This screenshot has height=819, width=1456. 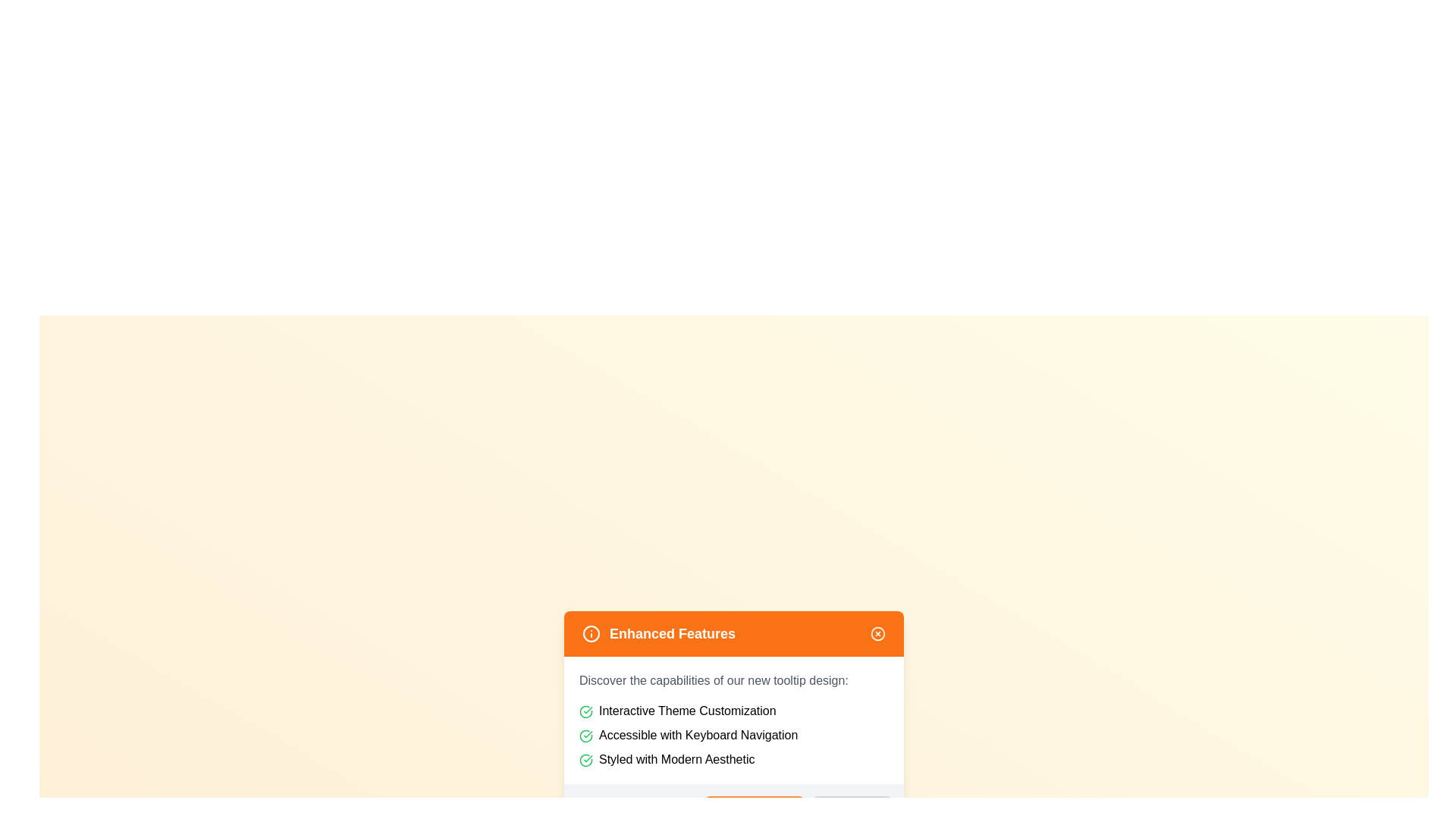 I want to click on the topmost list item containing the green checkmark icon and the text 'Interactive Theme Customization' to interpret the feature description, so click(x=734, y=711).